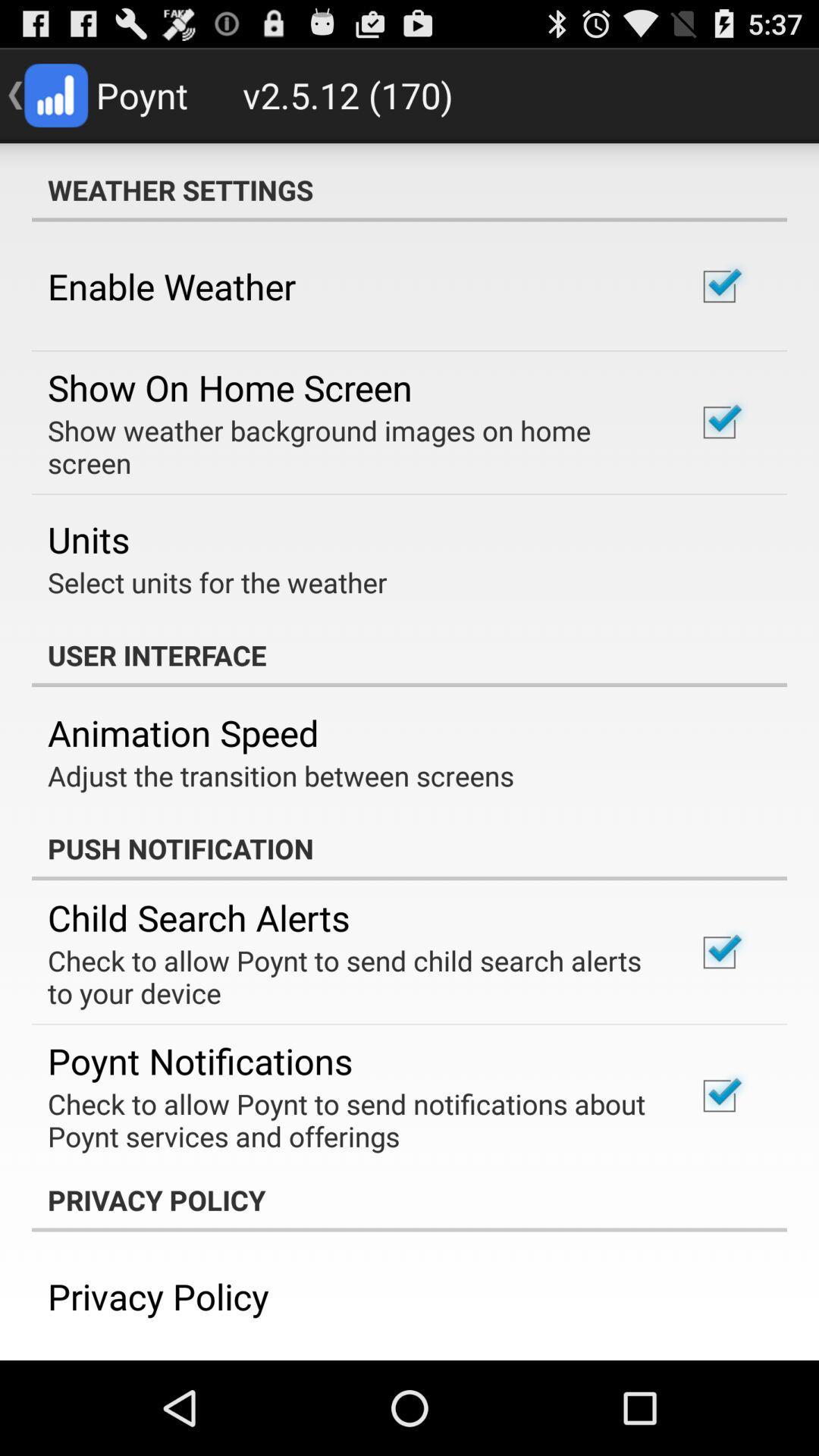 The image size is (819, 1456). I want to click on the icon above the user interface item, so click(217, 582).